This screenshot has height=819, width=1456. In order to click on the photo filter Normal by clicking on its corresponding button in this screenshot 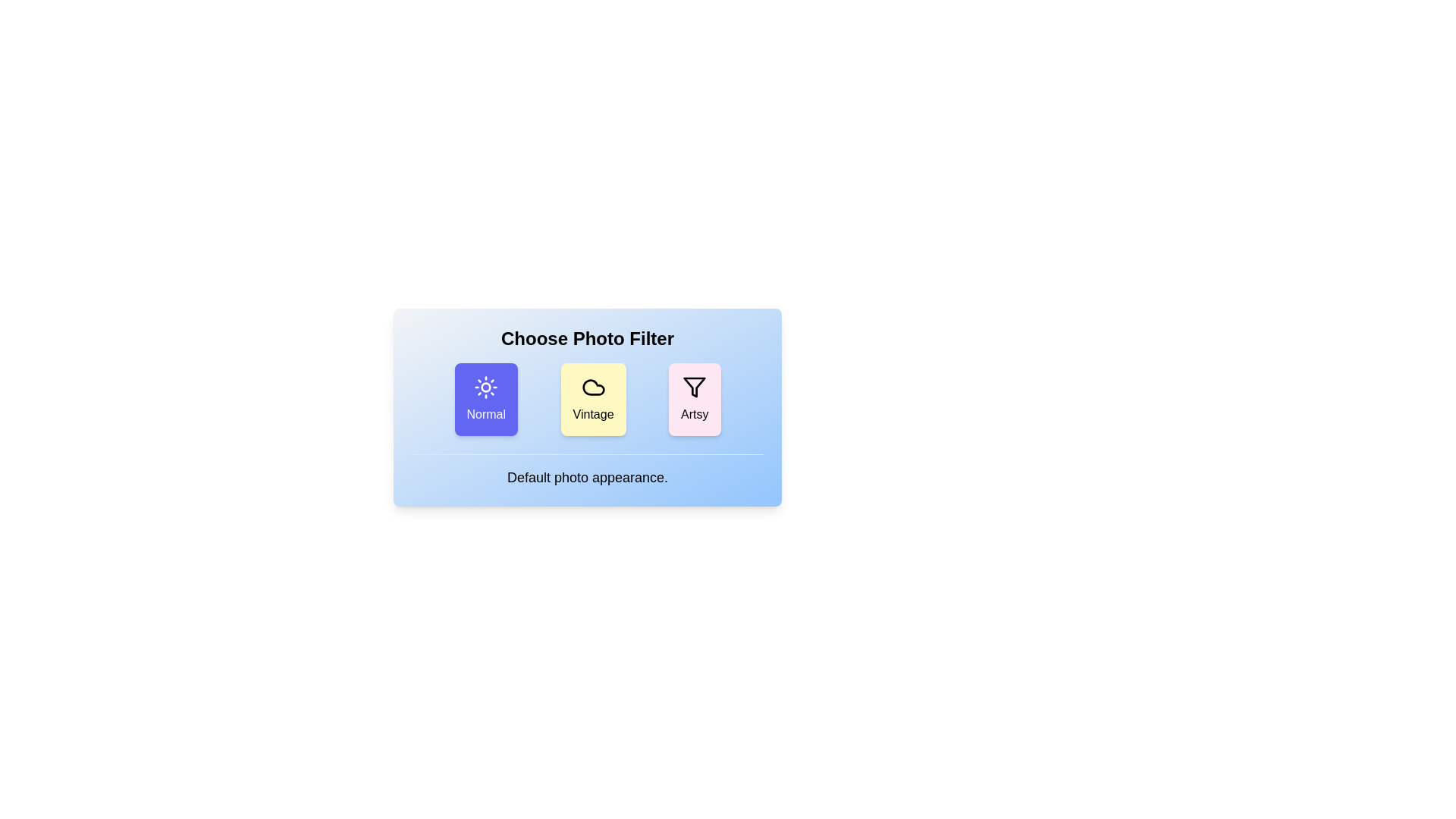, I will do `click(486, 399)`.